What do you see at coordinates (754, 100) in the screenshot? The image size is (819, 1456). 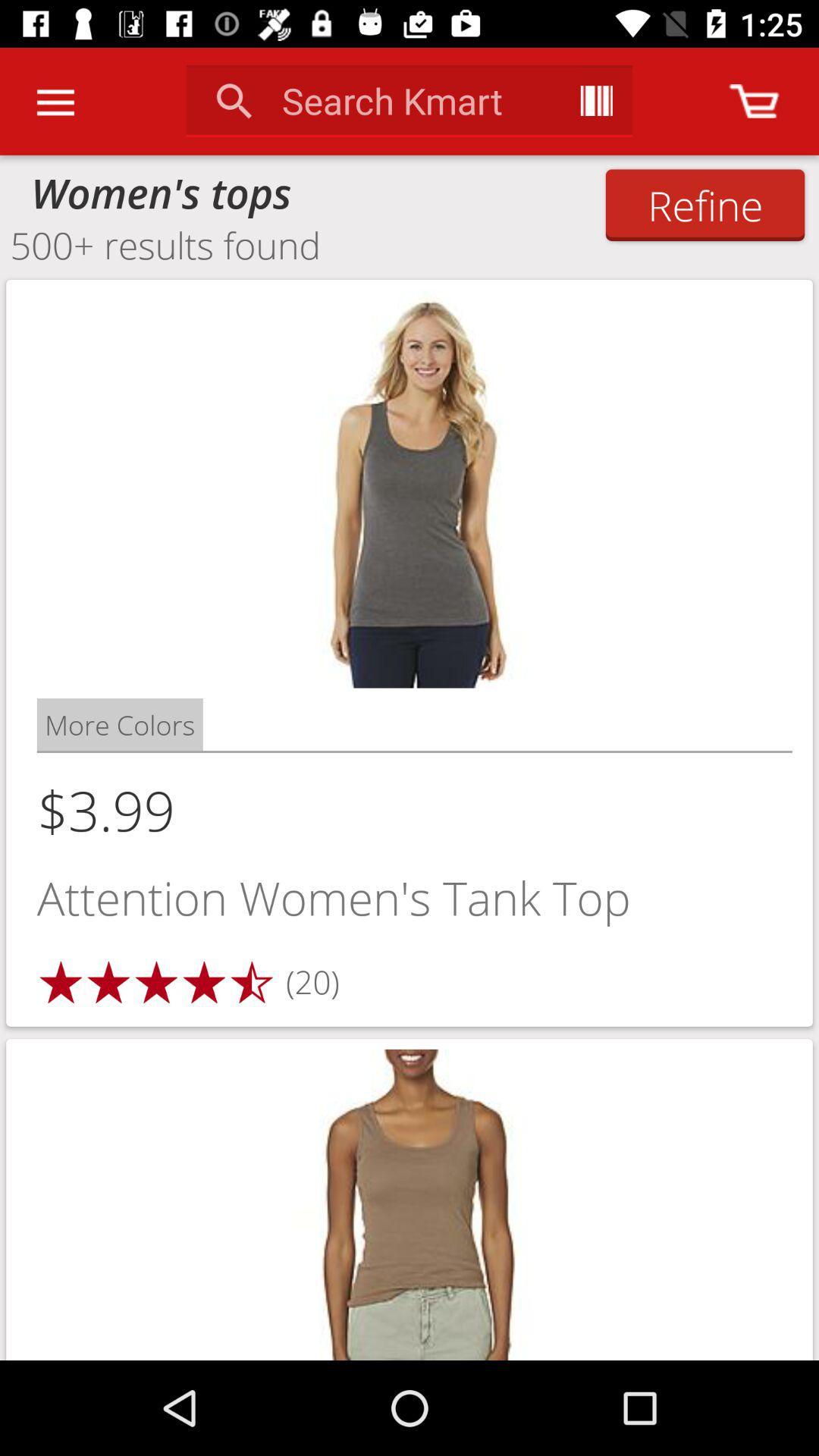 I see `the item above refine item` at bounding box center [754, 100].